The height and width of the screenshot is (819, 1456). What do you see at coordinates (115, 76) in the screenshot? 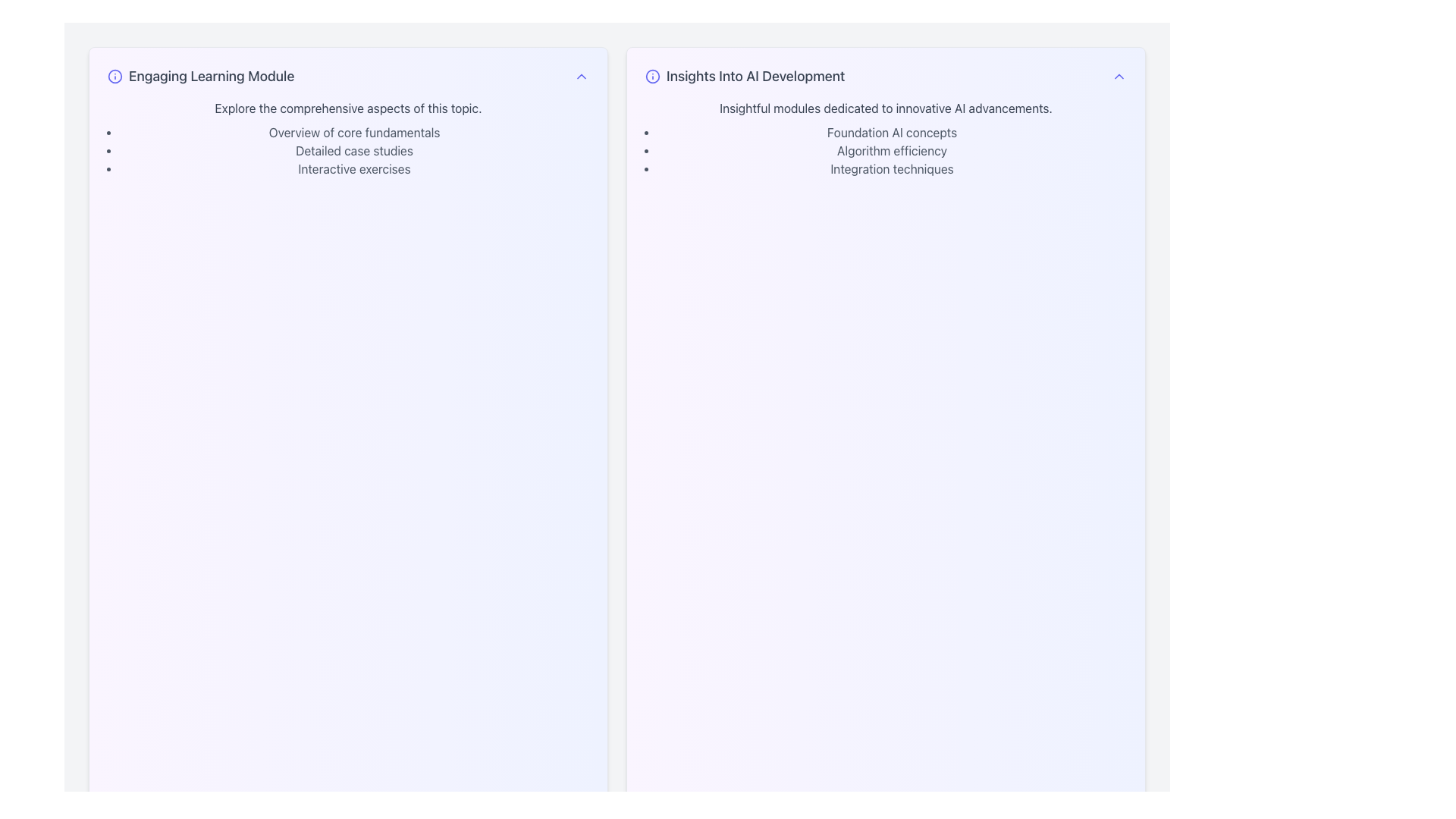
I see `the indigo circular information icon located to the left of the 'Engaging Learning Module' title` at bounding box center [115, 76].